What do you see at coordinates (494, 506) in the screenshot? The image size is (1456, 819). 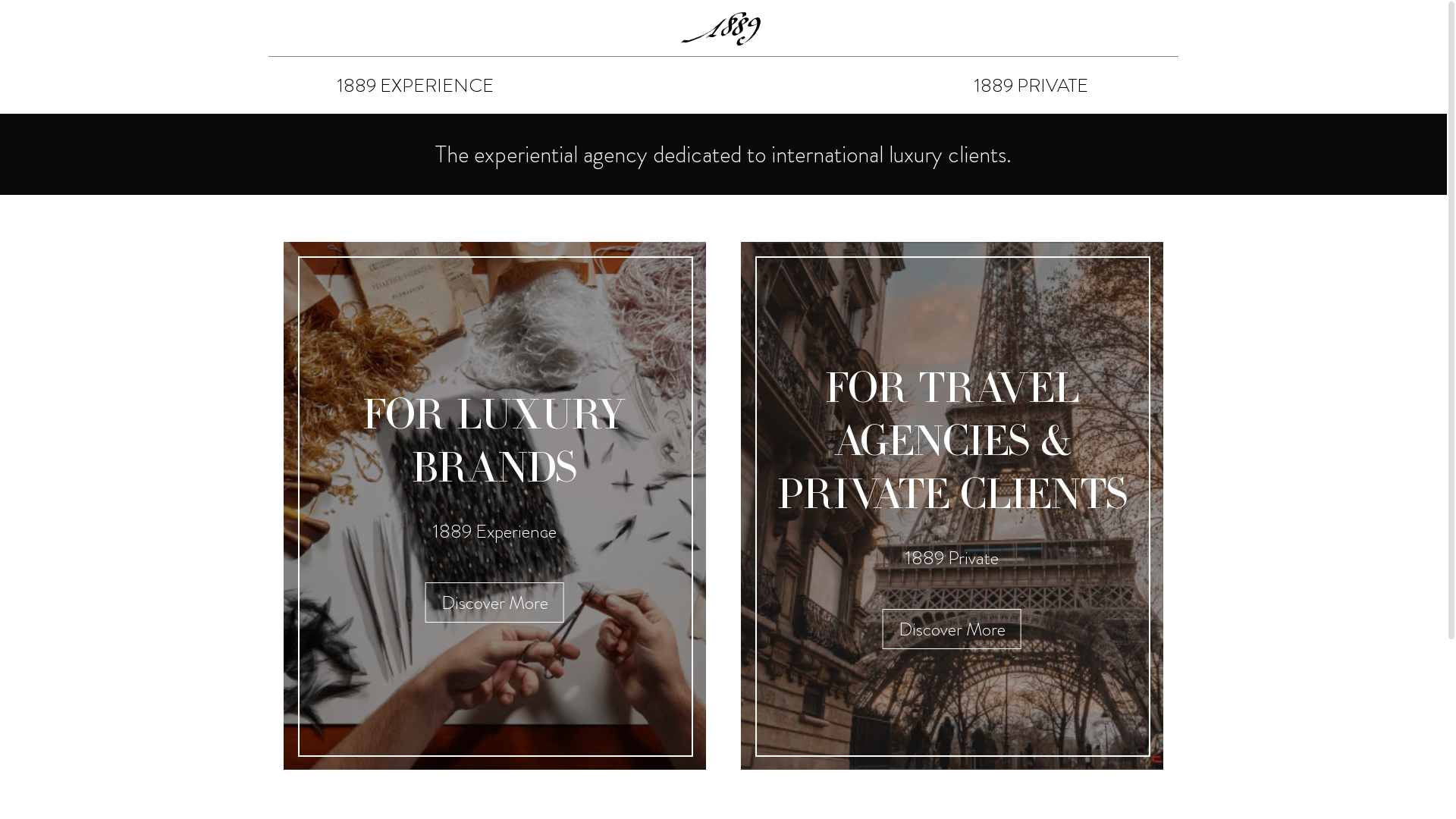 I see `'FOR LUXURY BRANDS` at bounding box center [494, 506].